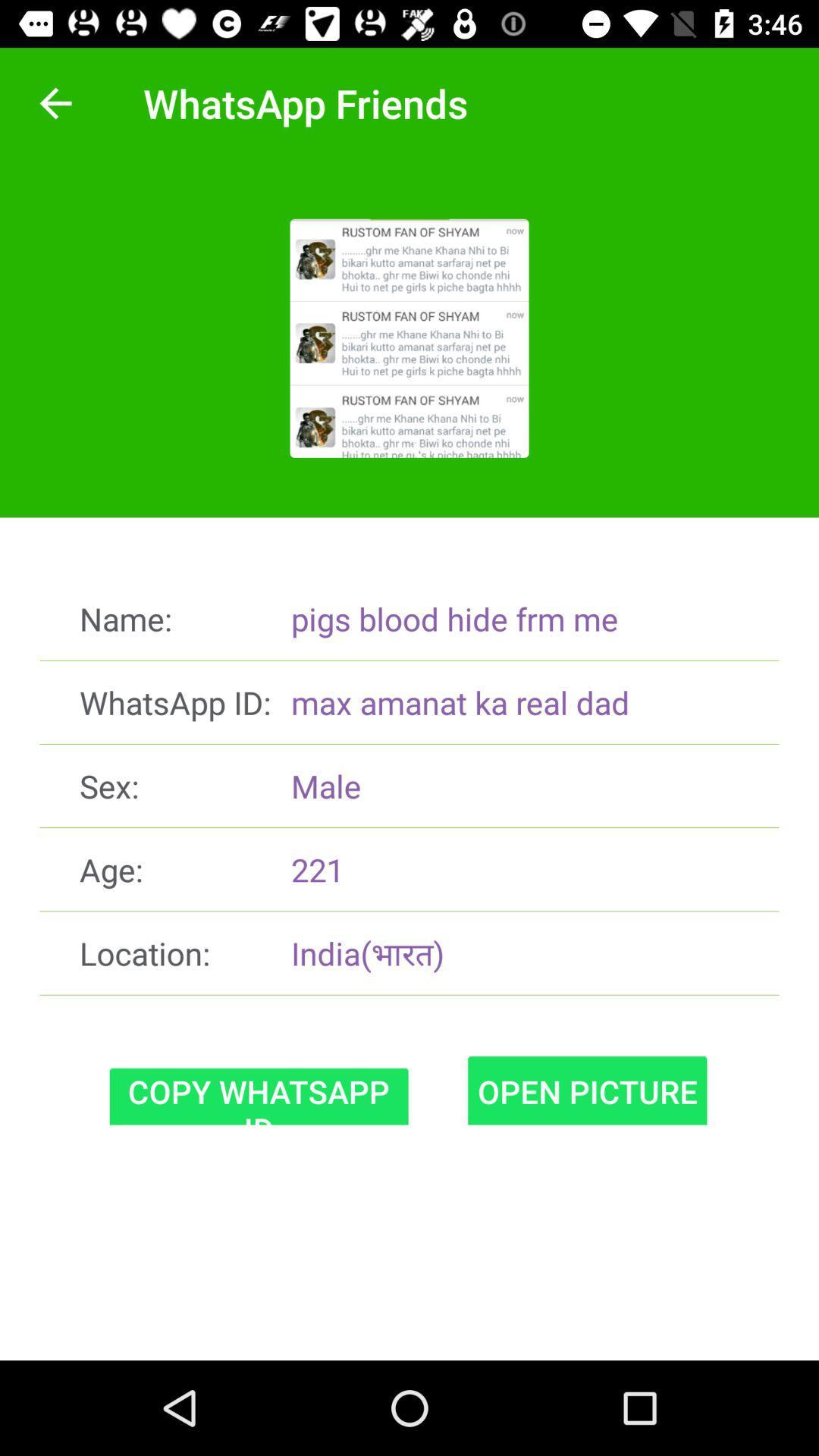 Image resolution: width=819 pixels, height=1456 pixels. Describe the element at coordinates (55, 102) in the screenshot. I see `the item next to whatsapp friends icon` at that location.